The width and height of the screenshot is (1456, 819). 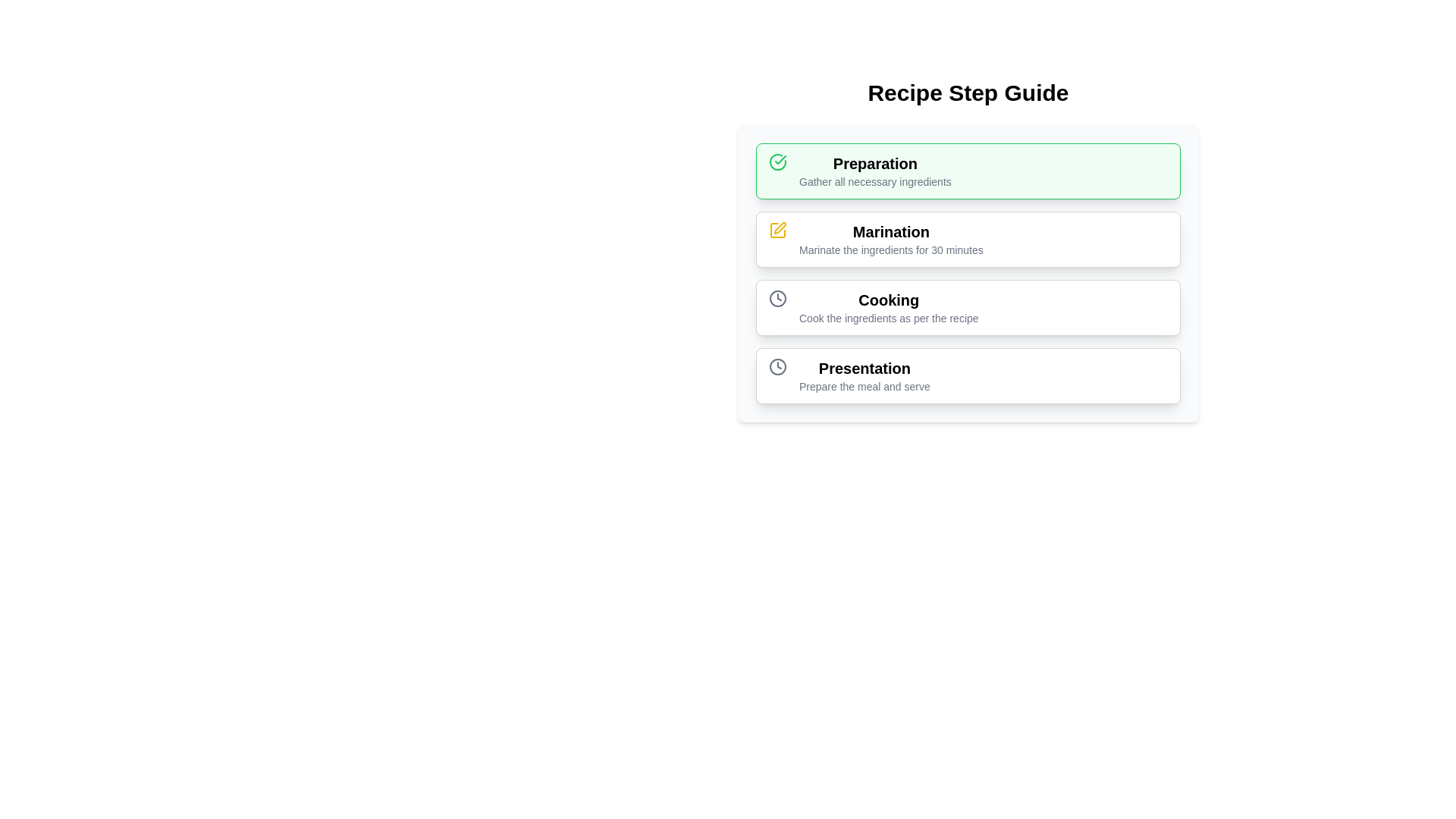 I want to click on the circular green icon with a checkmark located to the left of the 'Preparation' text in the Recipe Step Guide, so click(x=778, y=162).